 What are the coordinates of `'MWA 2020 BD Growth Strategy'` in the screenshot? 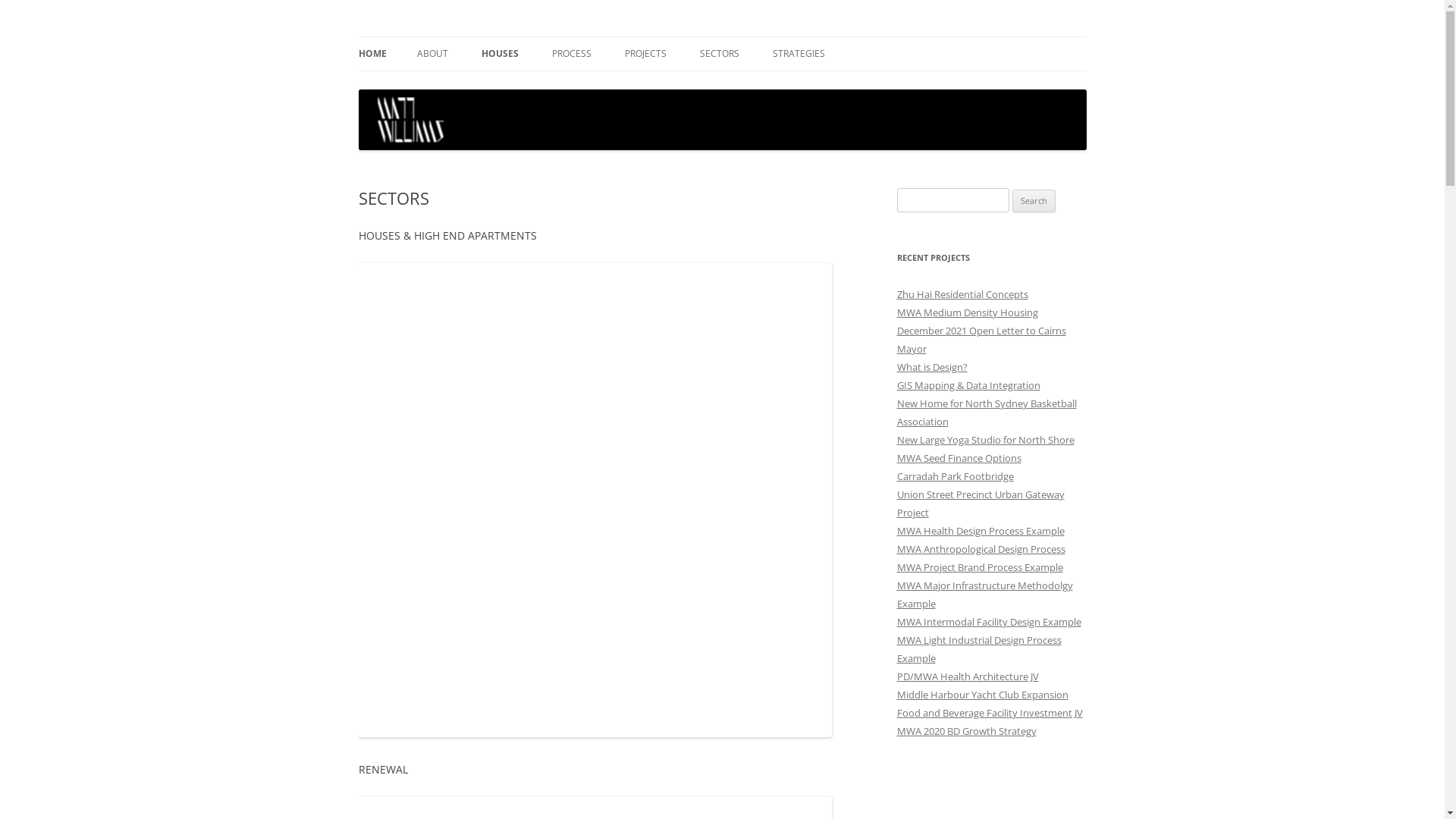 It's located at (896, 730).